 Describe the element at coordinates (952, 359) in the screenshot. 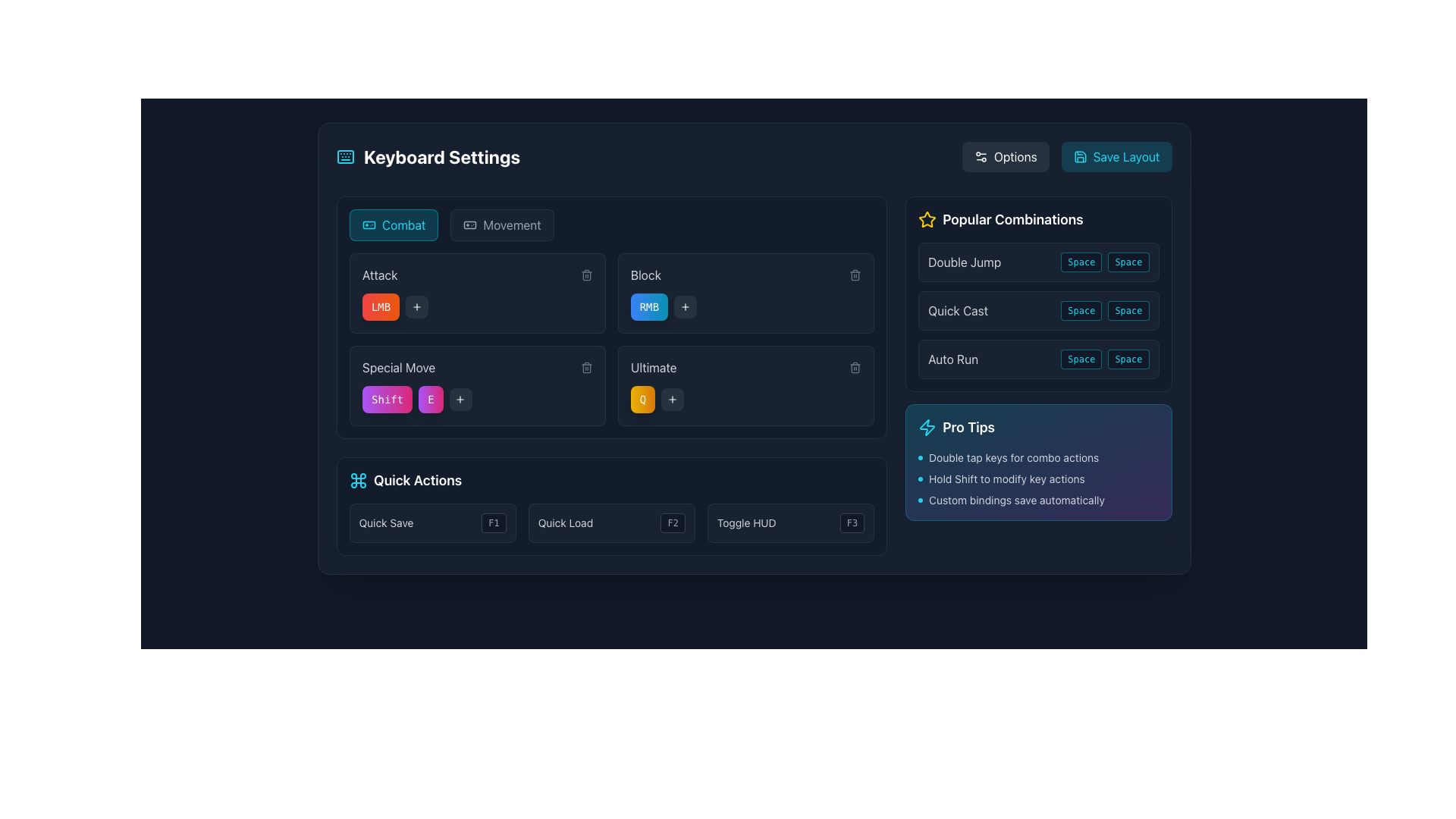

I see `the 'Auto Run' text label, which is displayed in light gray on a dark background, positioned above two buttons labeled 'Space'` at that location.